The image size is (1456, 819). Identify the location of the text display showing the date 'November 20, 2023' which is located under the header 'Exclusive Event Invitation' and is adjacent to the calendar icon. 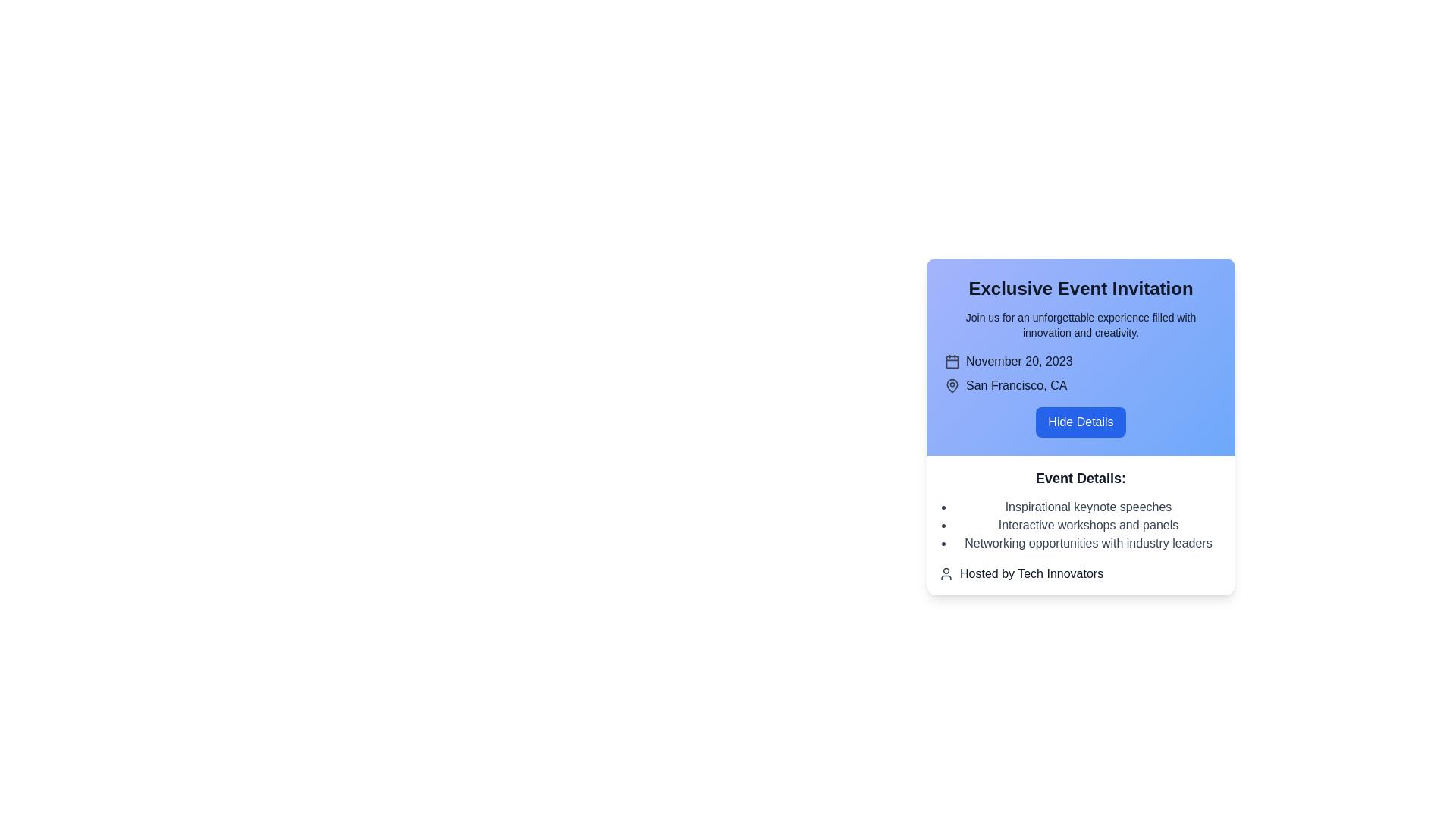
(1019, 362).